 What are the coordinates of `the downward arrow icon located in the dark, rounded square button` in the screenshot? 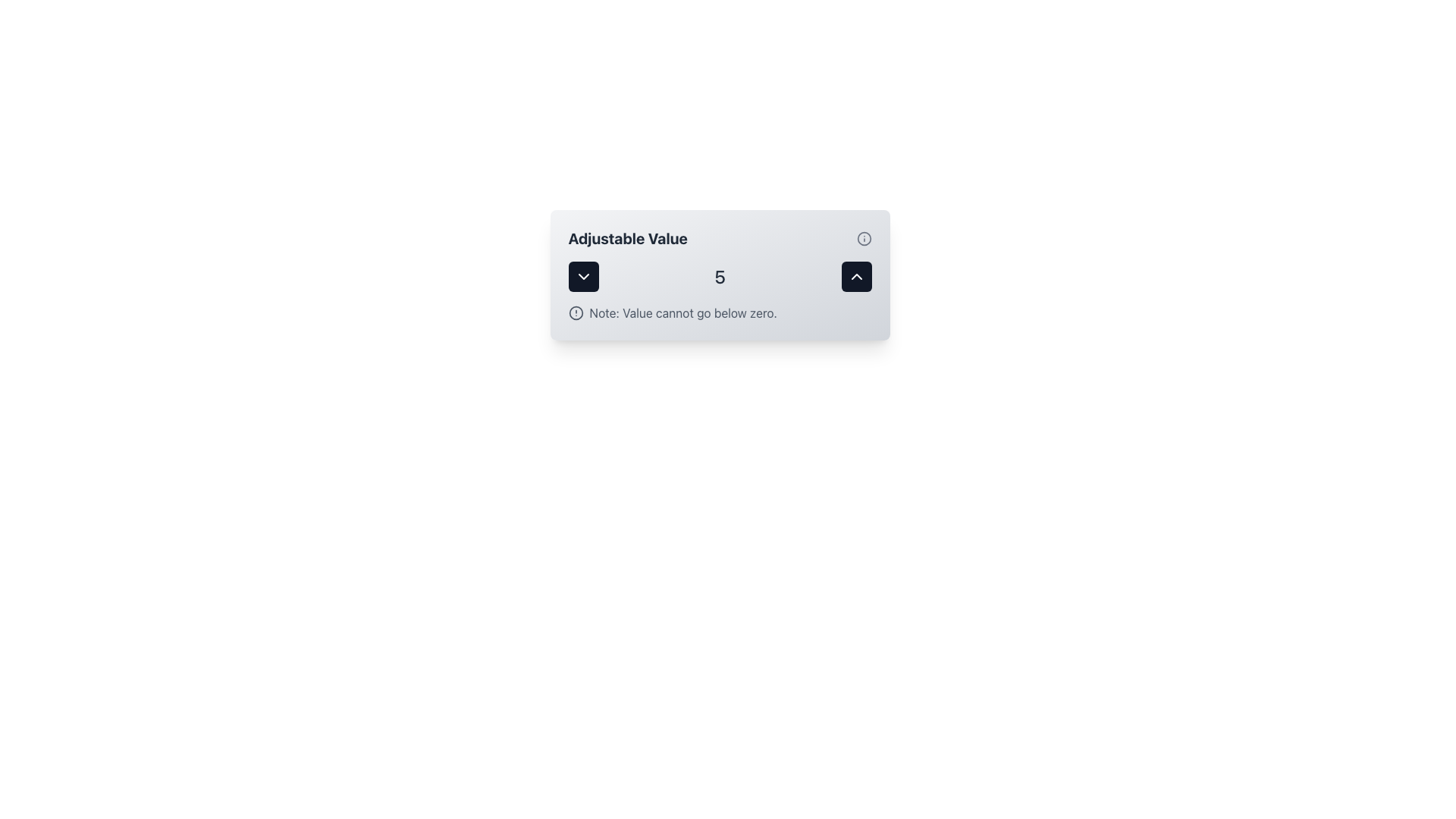 It's located at (582, 277).